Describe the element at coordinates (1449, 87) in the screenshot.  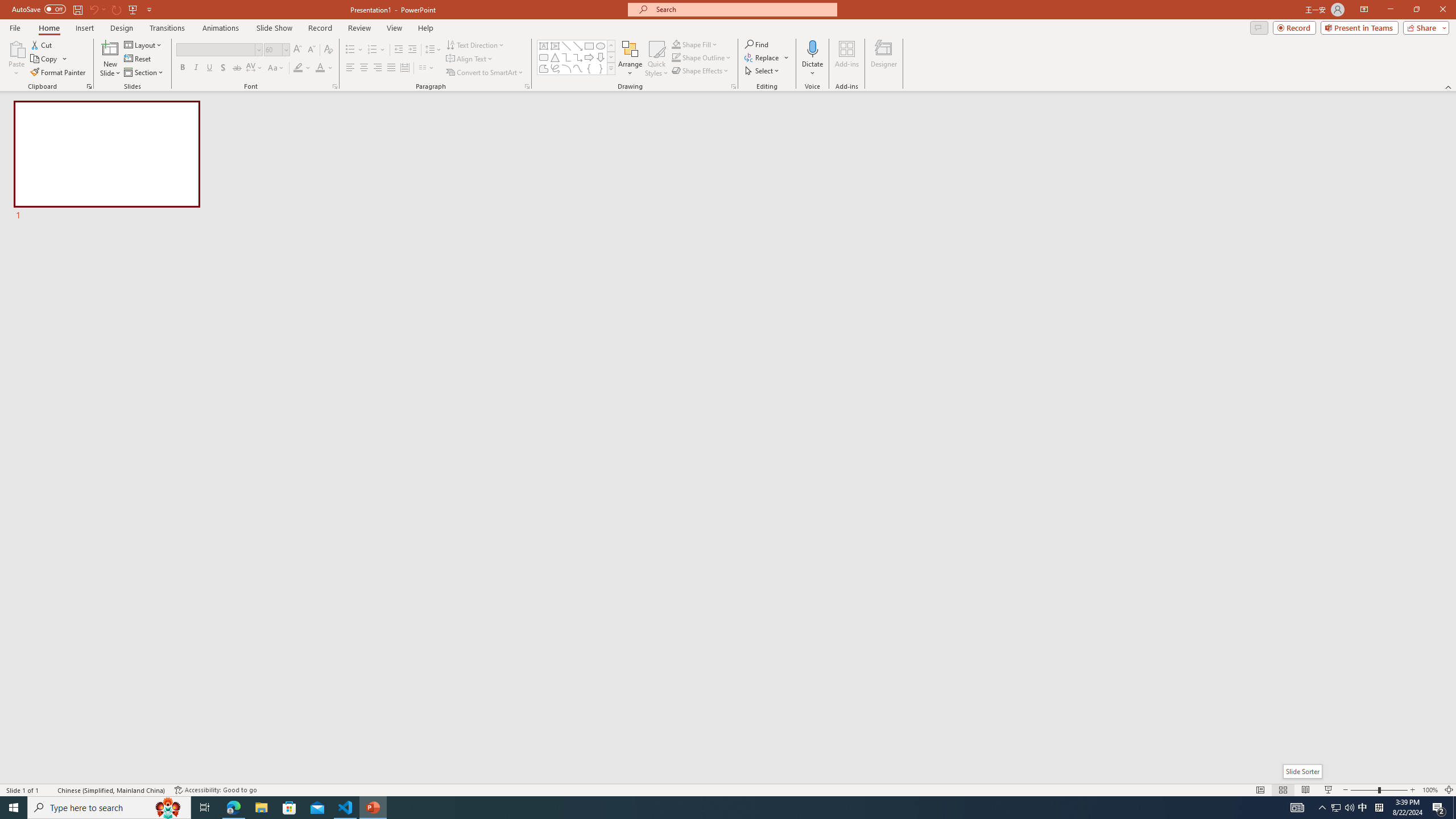
I see `'Collapse the Ribbon'` at that location.